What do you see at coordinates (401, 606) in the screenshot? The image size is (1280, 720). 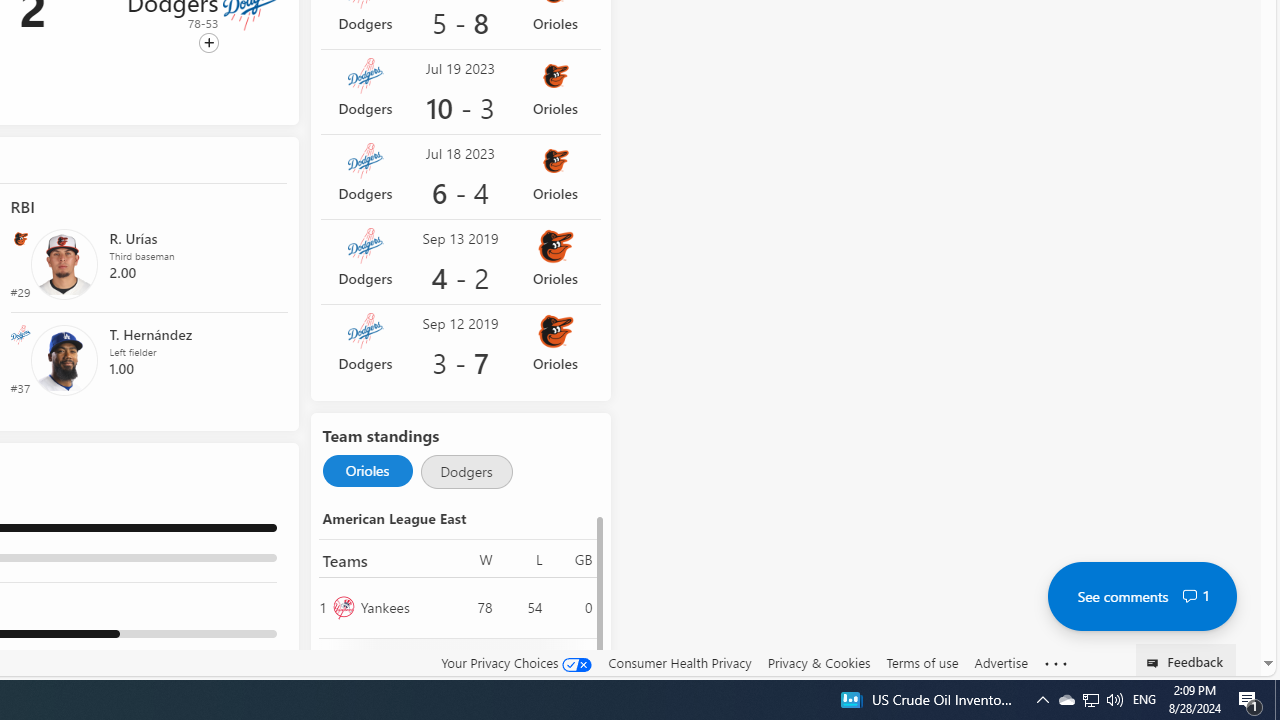 I see `'Yankees'` at bounding box center [401, 606].